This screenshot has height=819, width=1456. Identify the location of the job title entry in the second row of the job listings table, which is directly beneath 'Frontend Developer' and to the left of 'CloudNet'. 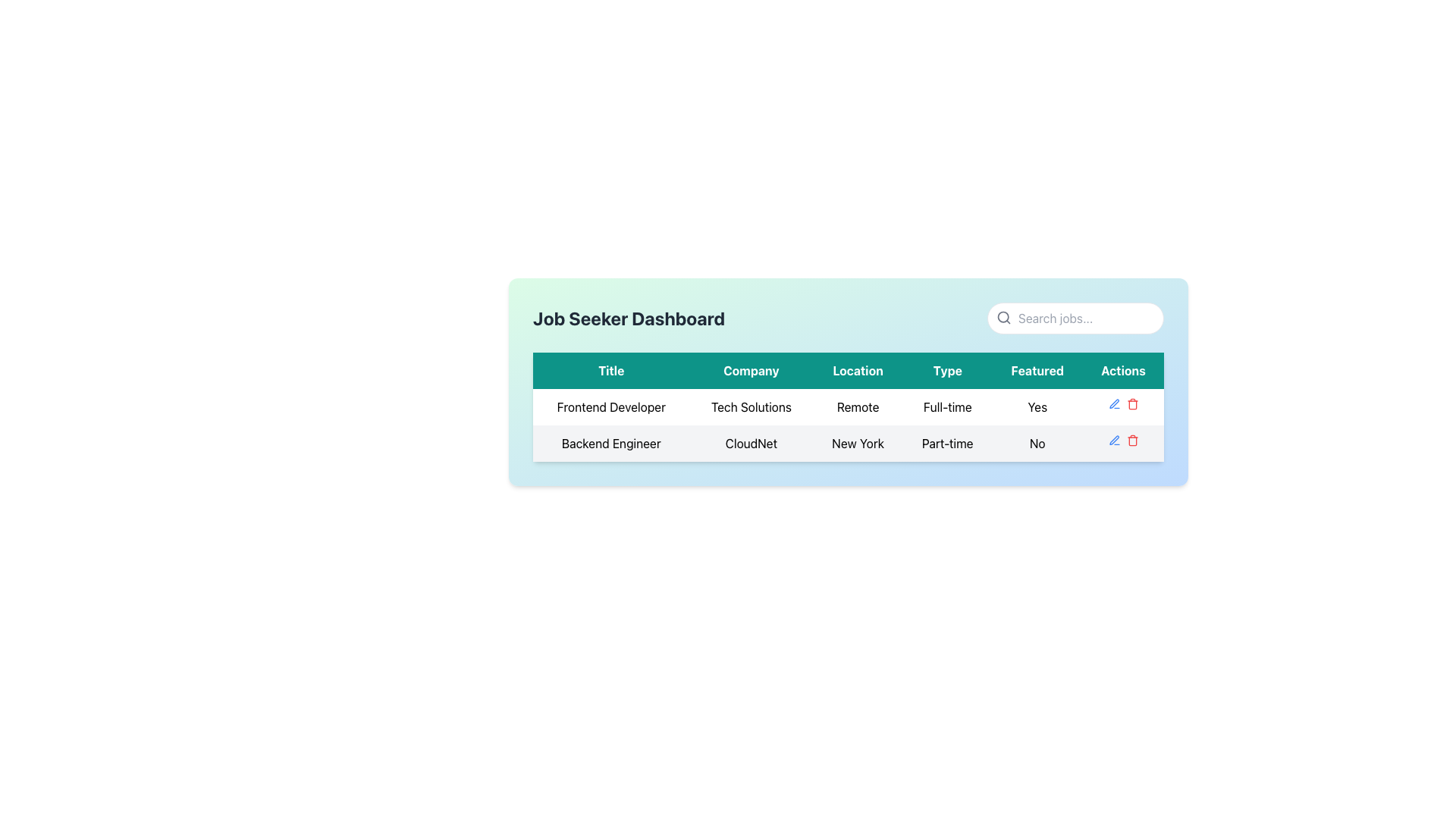
(611, 444).